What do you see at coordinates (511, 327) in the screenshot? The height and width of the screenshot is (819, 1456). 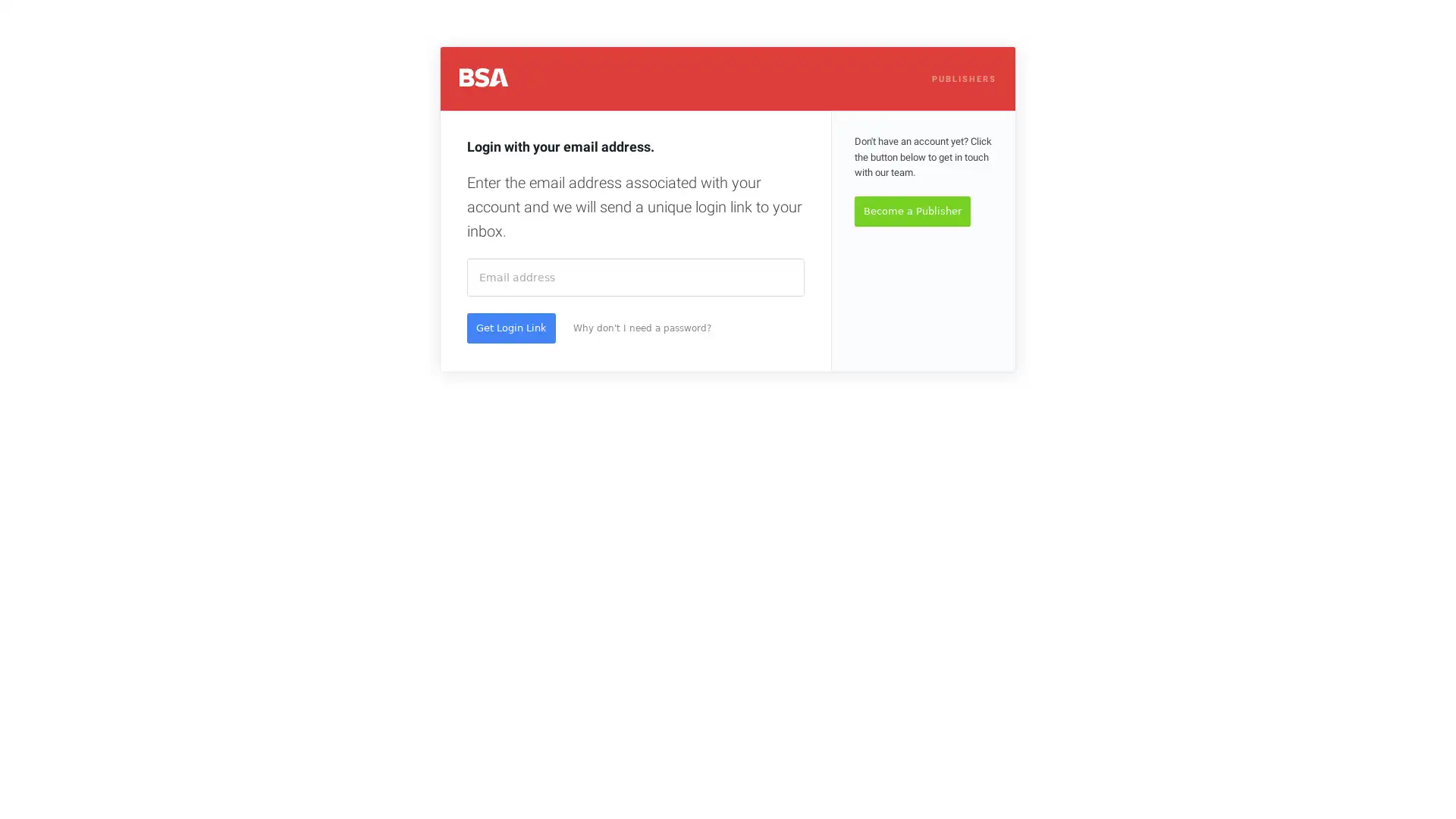 I see `Get Login Link` at bounding box center [511, 327].